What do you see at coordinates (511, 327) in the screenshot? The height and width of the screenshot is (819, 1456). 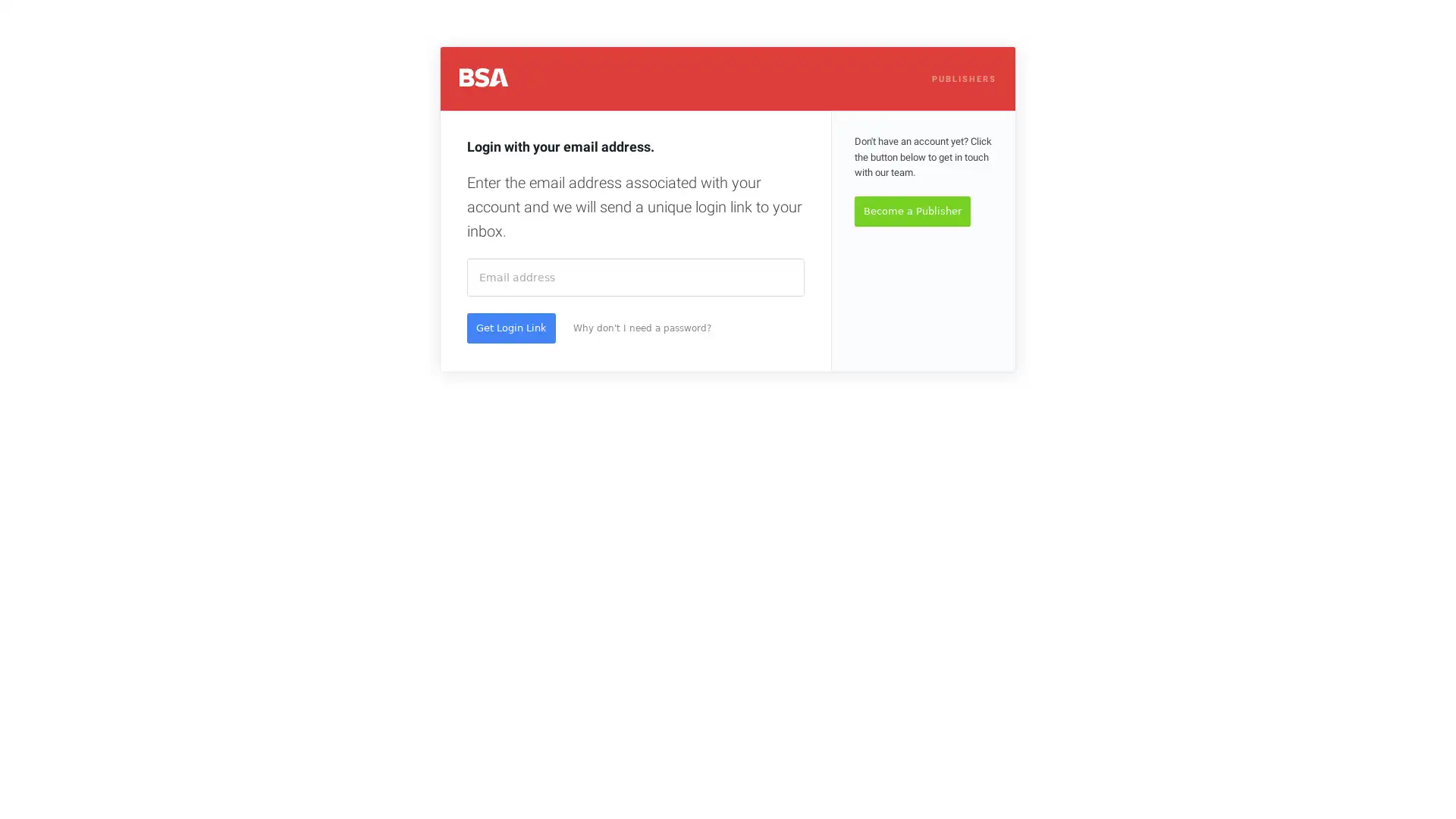 I see `Get Login Link` at bounding box center [511, 327].